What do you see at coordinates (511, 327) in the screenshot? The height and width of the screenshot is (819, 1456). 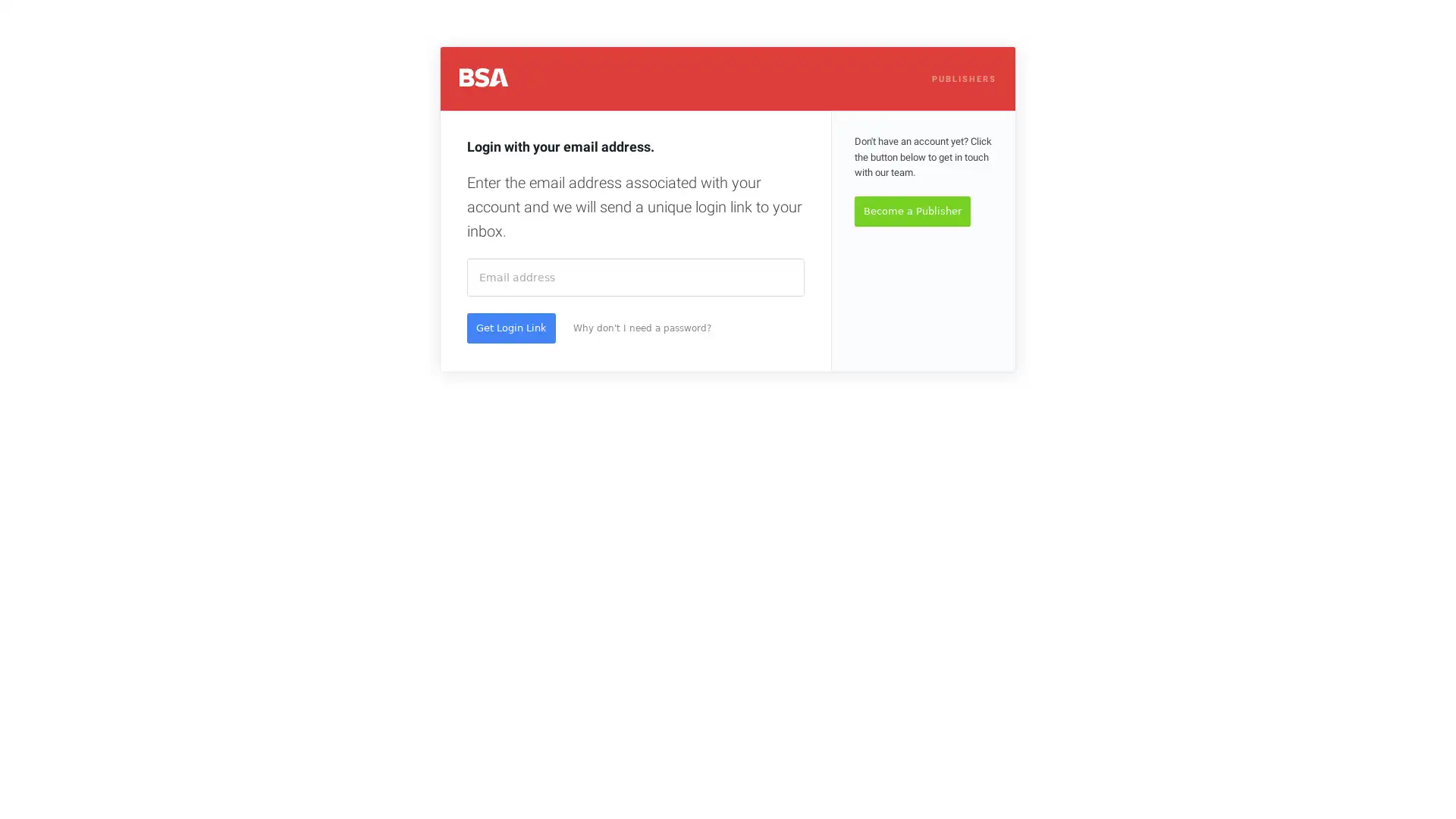 I see `Get Login Link` at bounding box center [511, 327].